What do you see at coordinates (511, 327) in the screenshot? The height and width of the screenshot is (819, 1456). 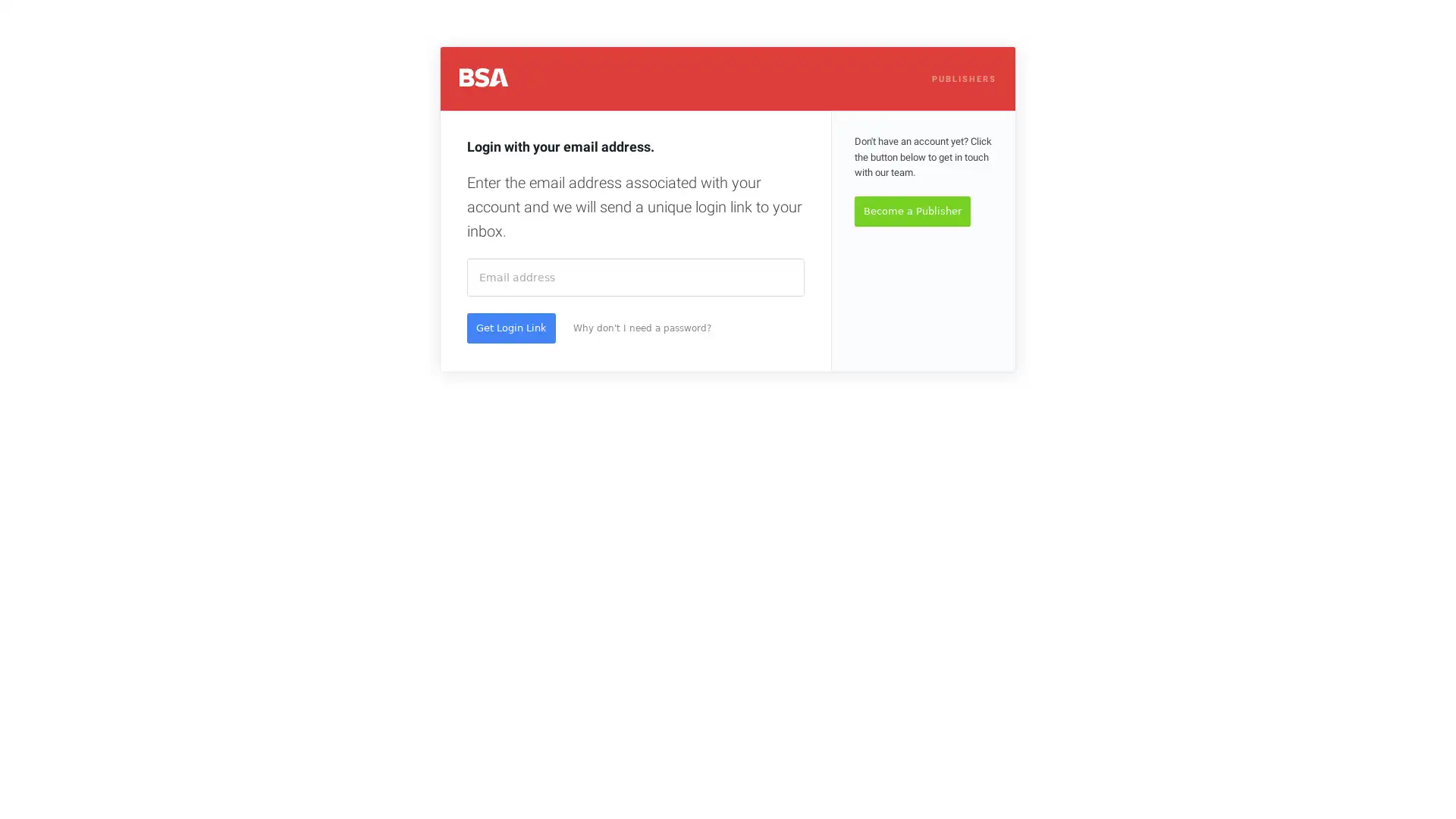 I see `Get Login Link` at bounding box center [511, 327].